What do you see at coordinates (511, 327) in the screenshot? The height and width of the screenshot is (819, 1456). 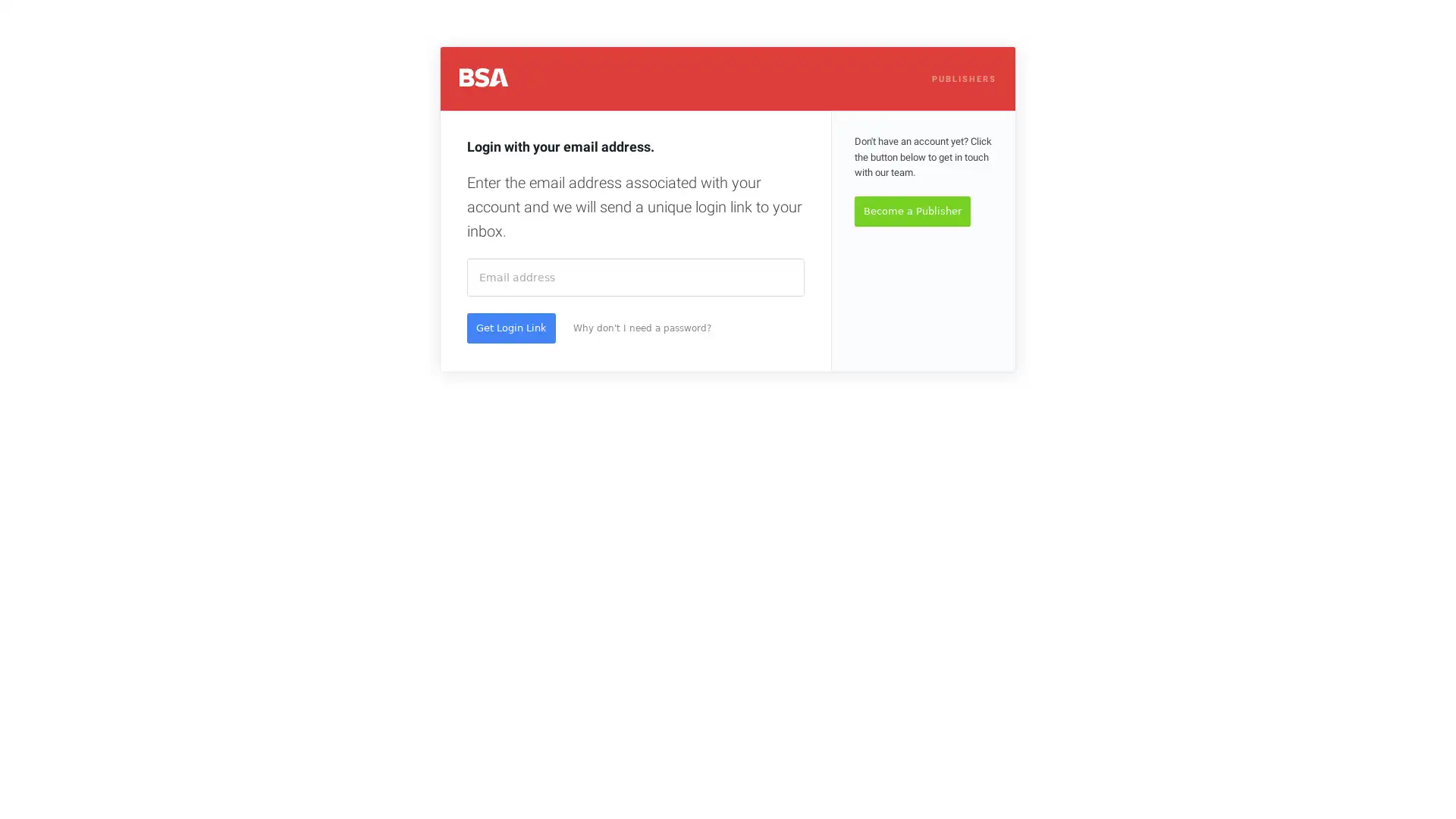 I see `Get Login Link` at bounding box center [511, 327].